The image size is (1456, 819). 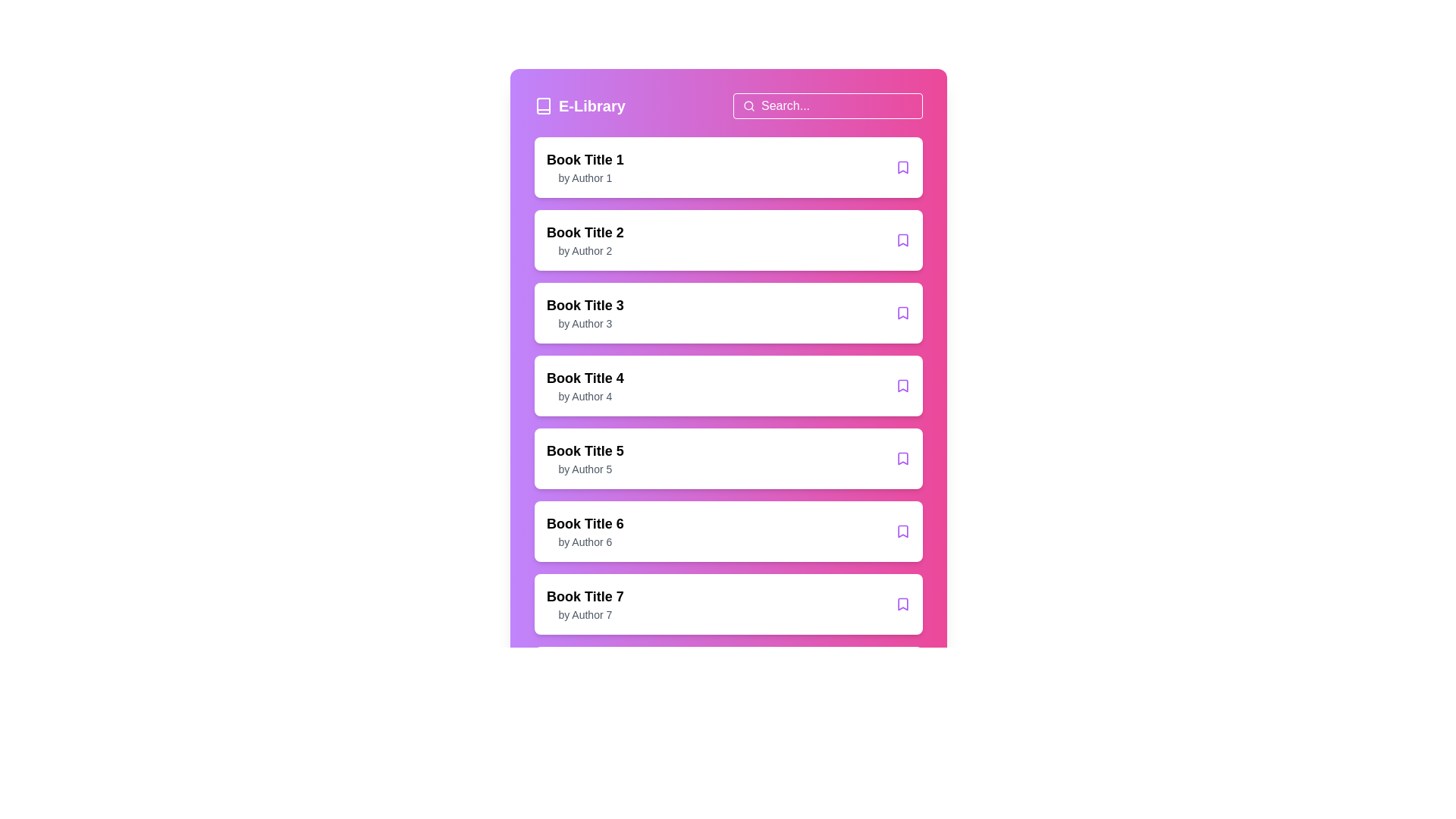 I want to click on the text label that provides information about the book's author, located directly beneath 'Book Title 7' in the card representing the book entry, so click(x=584, y=614).